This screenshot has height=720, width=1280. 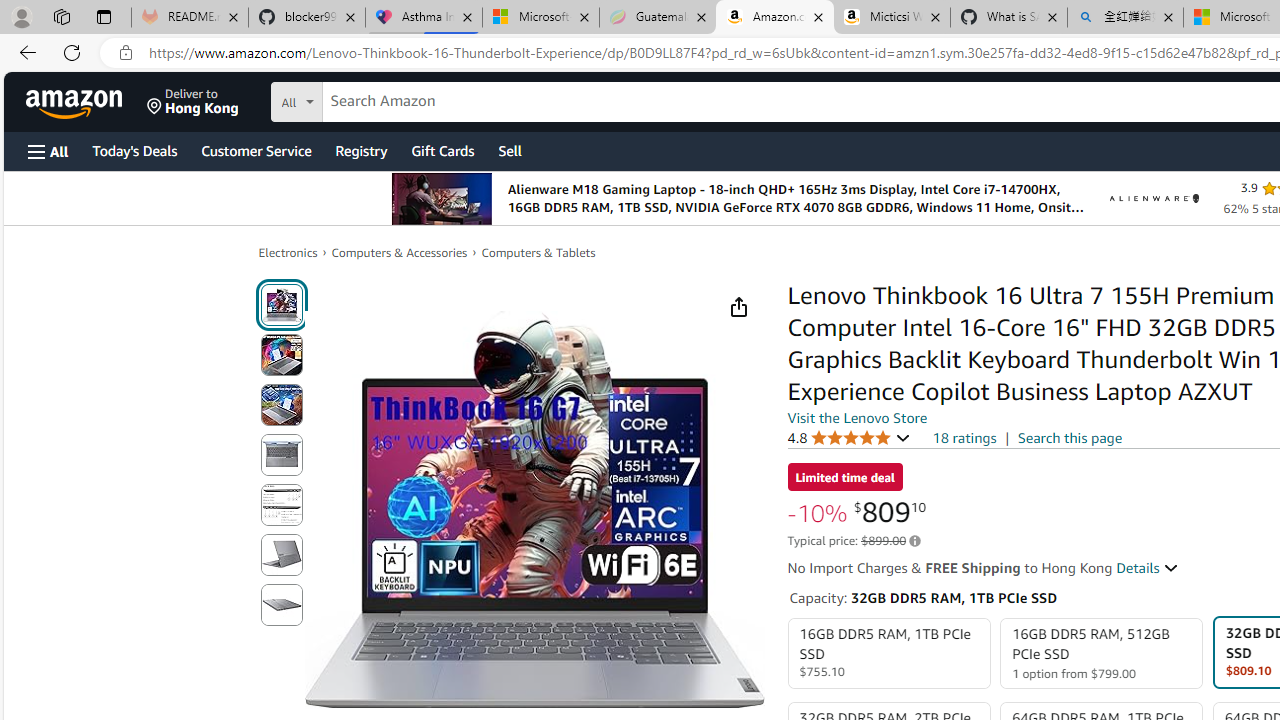 I want to click on 'Details ', so click(x=1148, y=568).